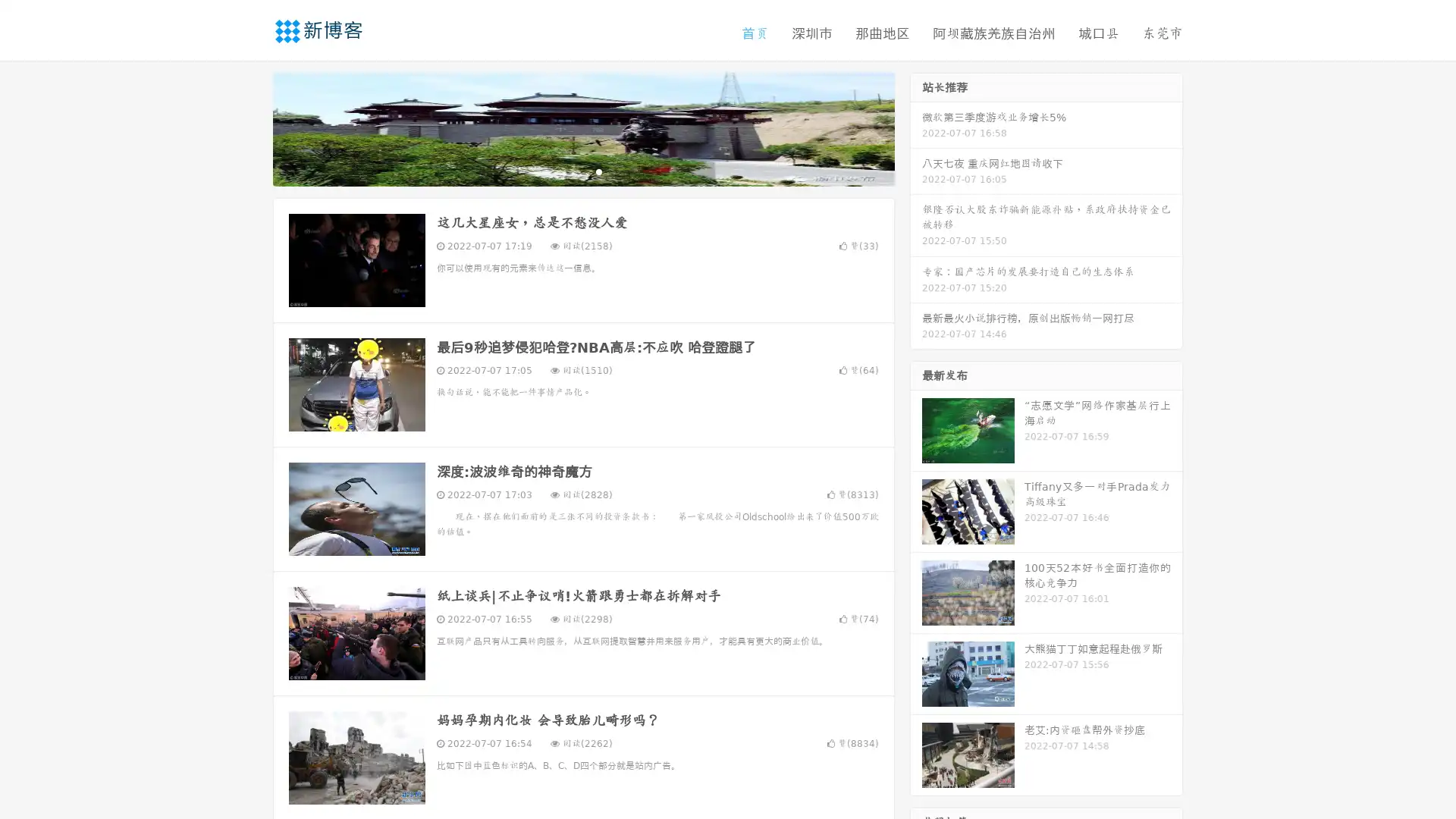 The height and width of the screenshot is (819, 1456). Describe the element at coordinates (250, 127) in the screenshot. I see `Previous slide` at that location.